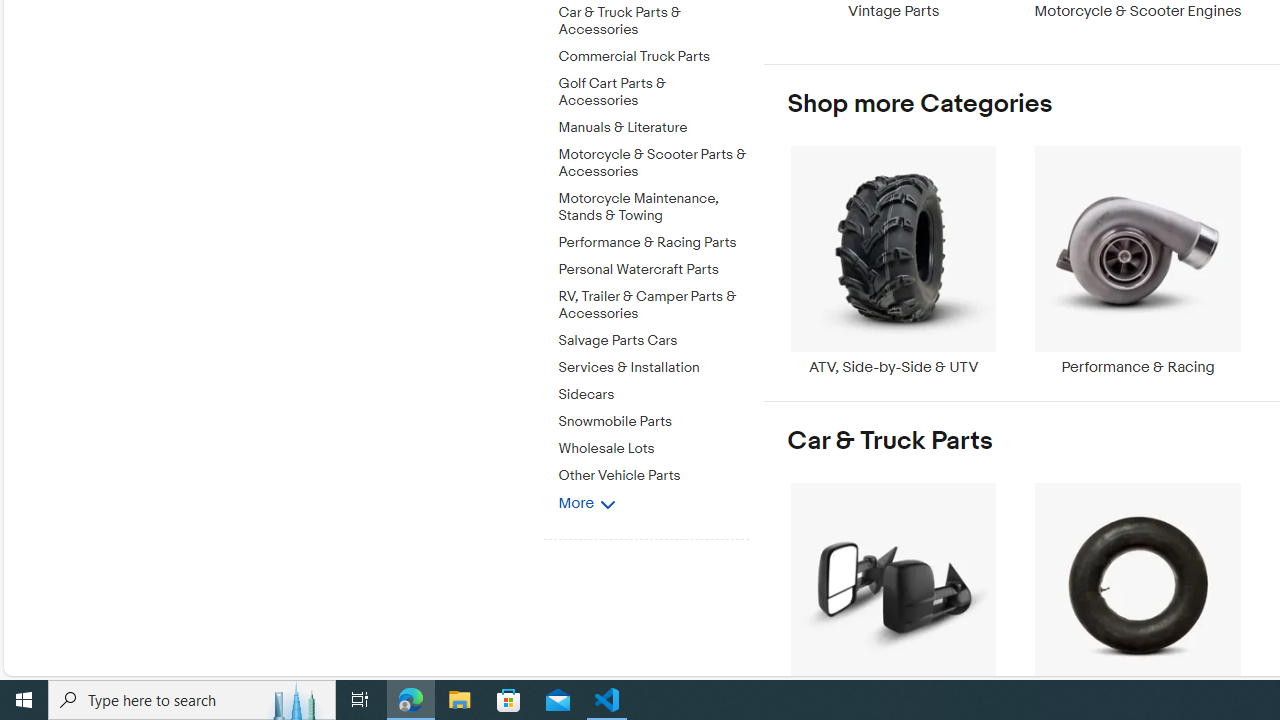  Describe the element at coordinates (653, 242) in the screenshot. I see `'Performance & Racing Parts'` at that location.